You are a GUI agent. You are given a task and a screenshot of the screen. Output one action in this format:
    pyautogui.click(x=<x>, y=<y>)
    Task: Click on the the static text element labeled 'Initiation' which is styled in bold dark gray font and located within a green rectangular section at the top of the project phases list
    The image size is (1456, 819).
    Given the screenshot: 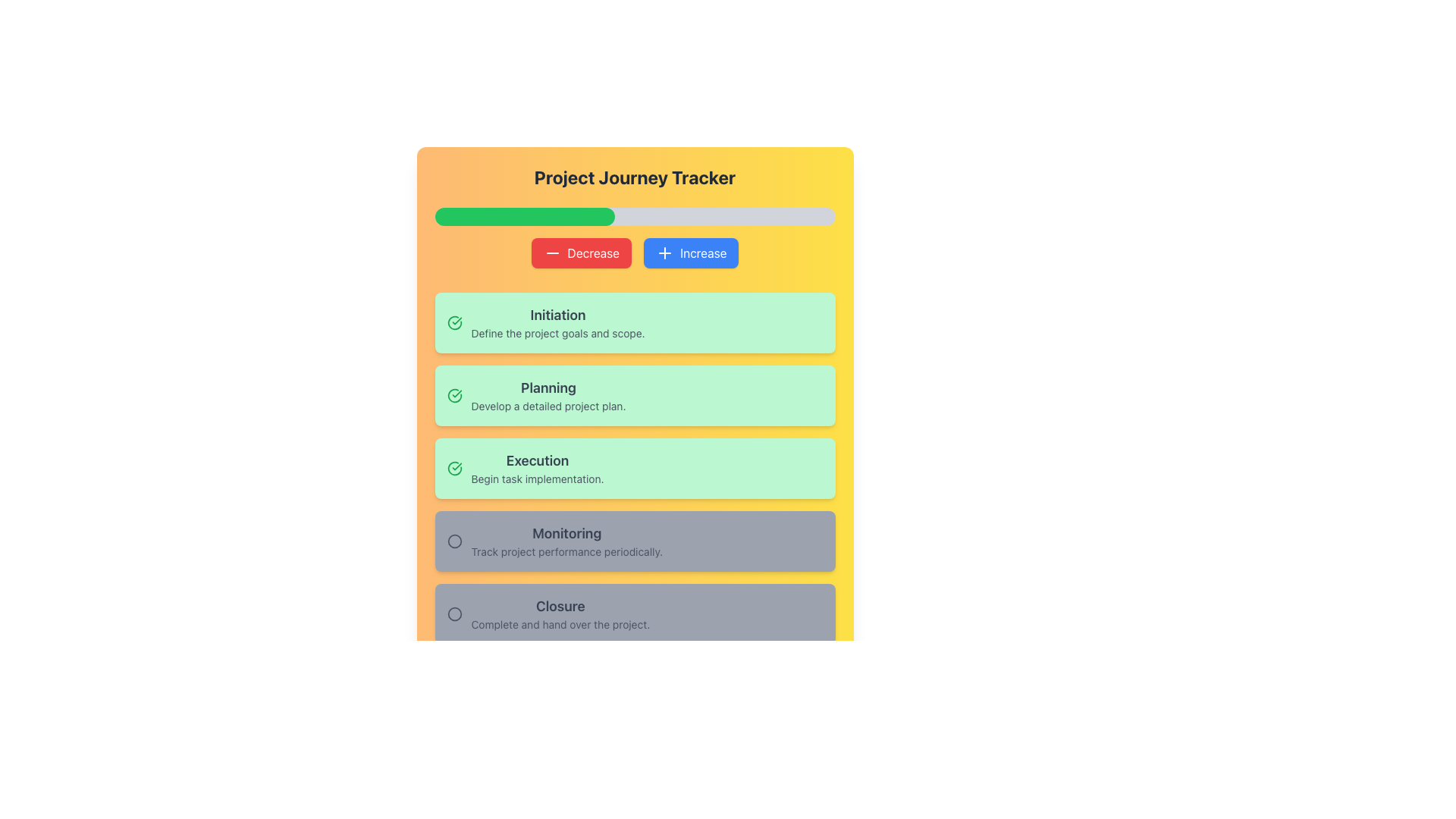 What is the action you would take?
    pyautogui.click(x=557, y=315)
    